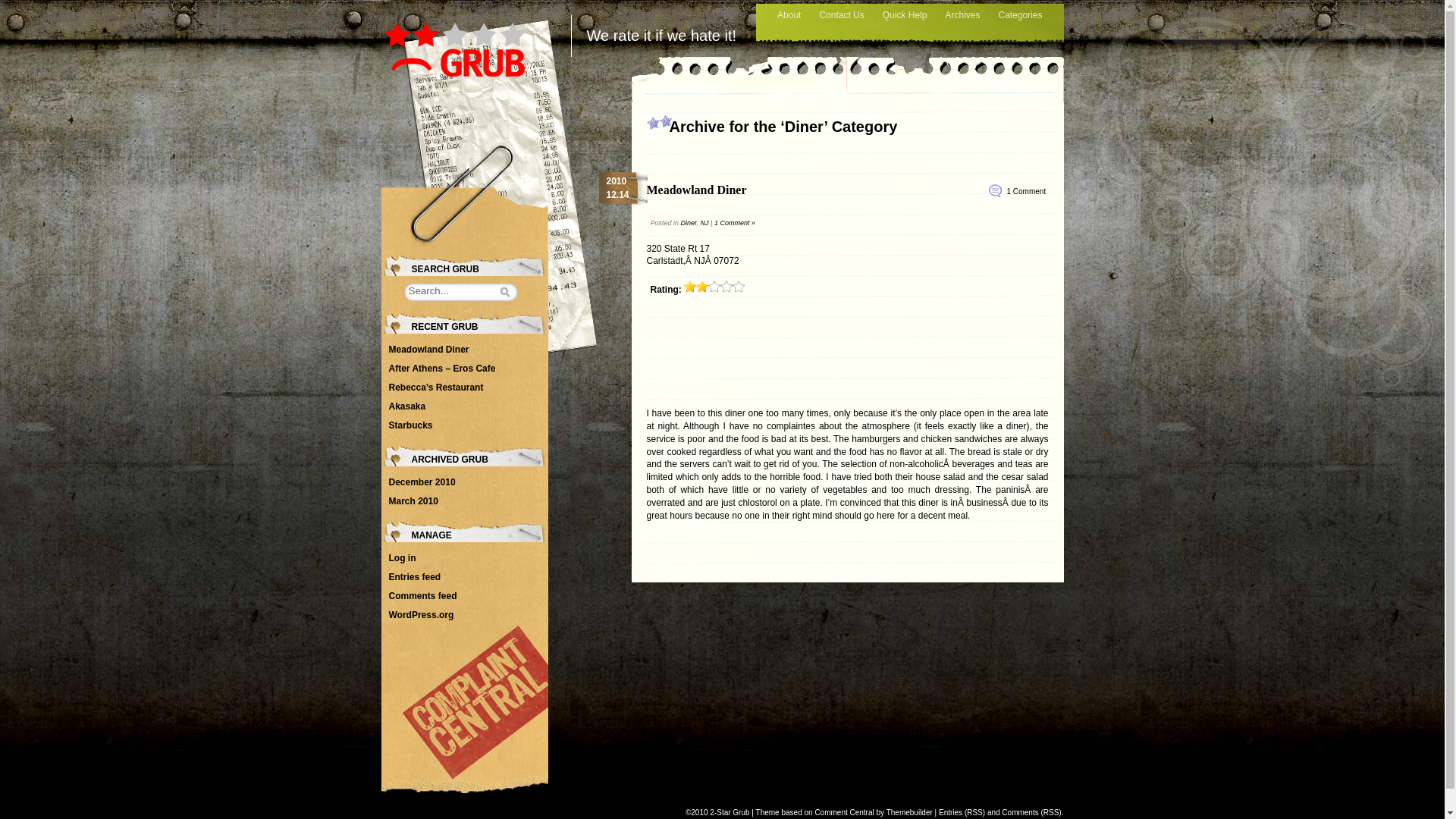 Image resolution: width=1456 pixels, height=819 pixels. What do you see at coordinates (388, 558) in the screenshot?
I see `'Log in'` at bounding box center [388, 558].